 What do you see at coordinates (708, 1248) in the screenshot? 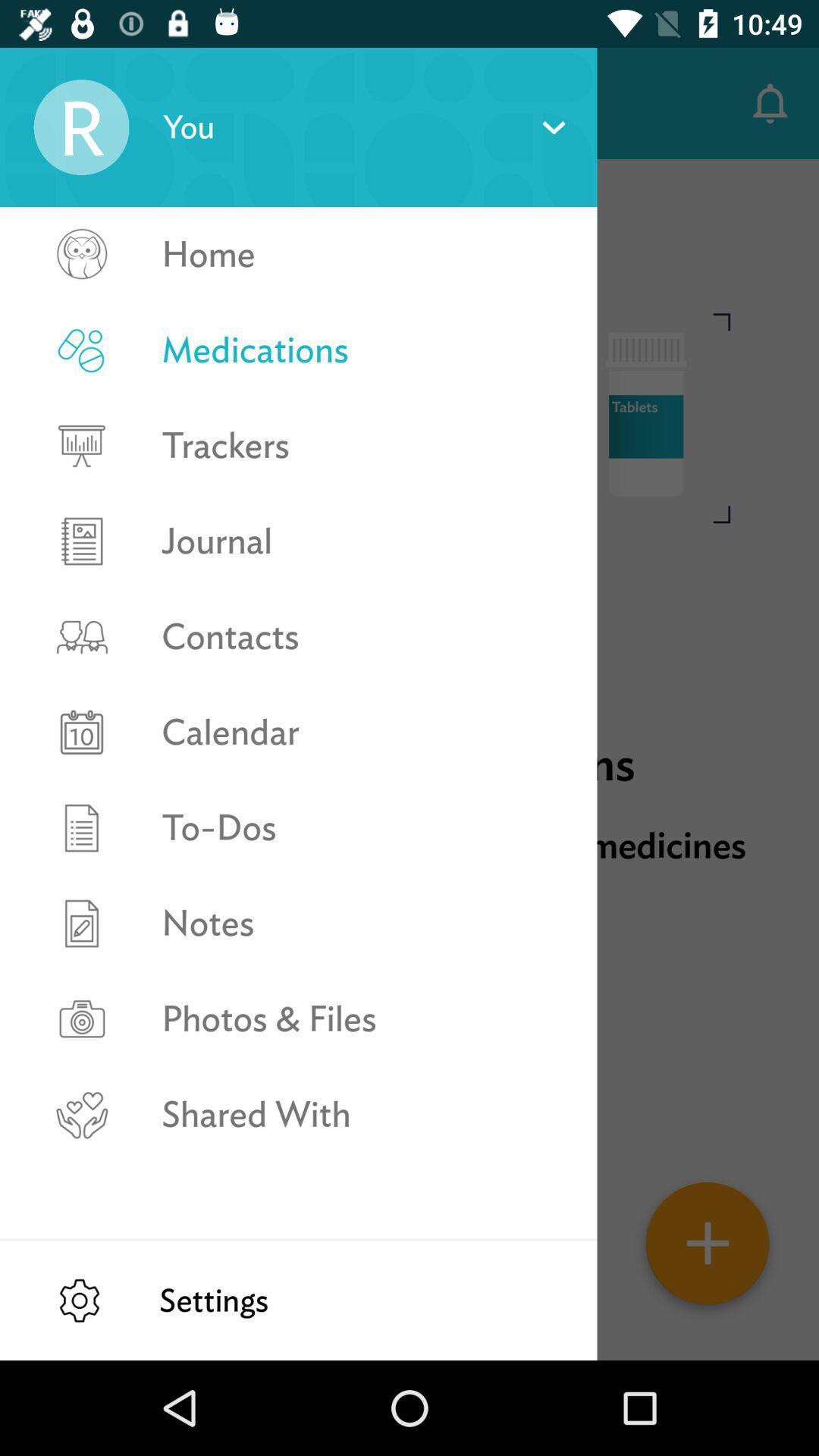
I see `the add icon` at bounding box center [708, 1248].